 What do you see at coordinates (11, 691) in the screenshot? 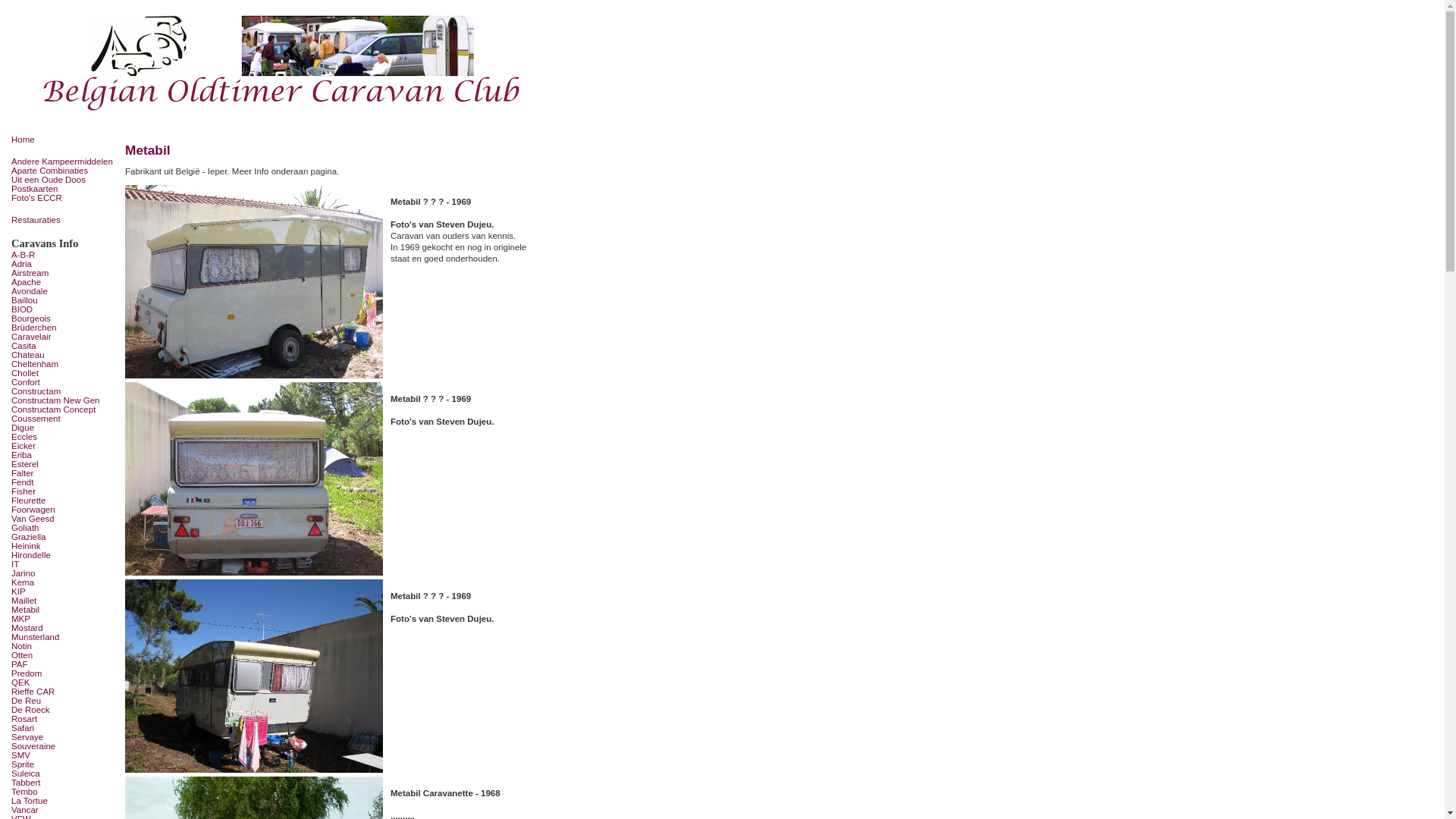
I see `'Rieffe CAR'` at bounding box center [11, 691].